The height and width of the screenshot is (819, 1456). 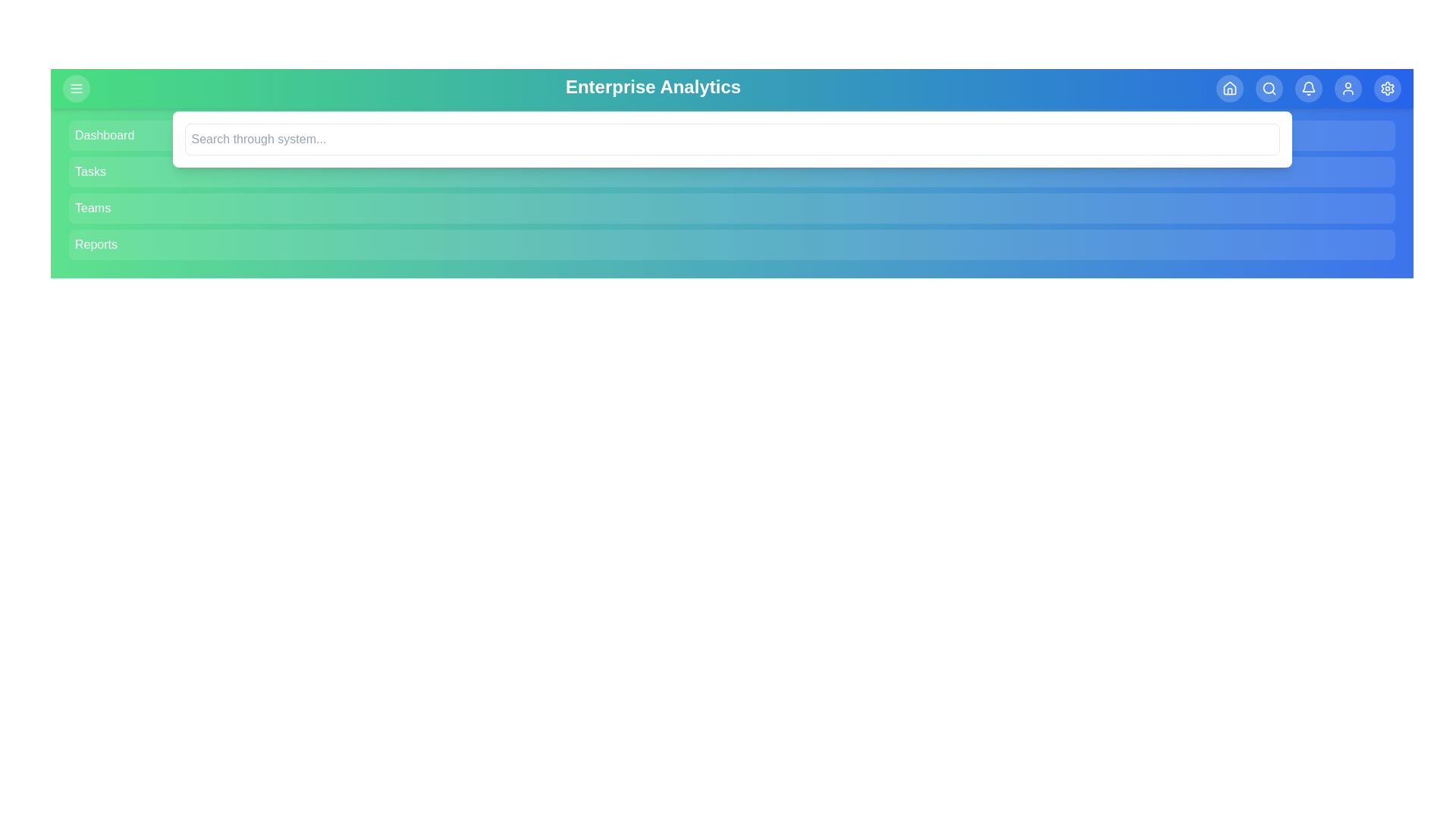 What do you see at coordinates (1269, 88) in the screenshot?
I see `the Search button in the header` at bounding box center [1269, 88].